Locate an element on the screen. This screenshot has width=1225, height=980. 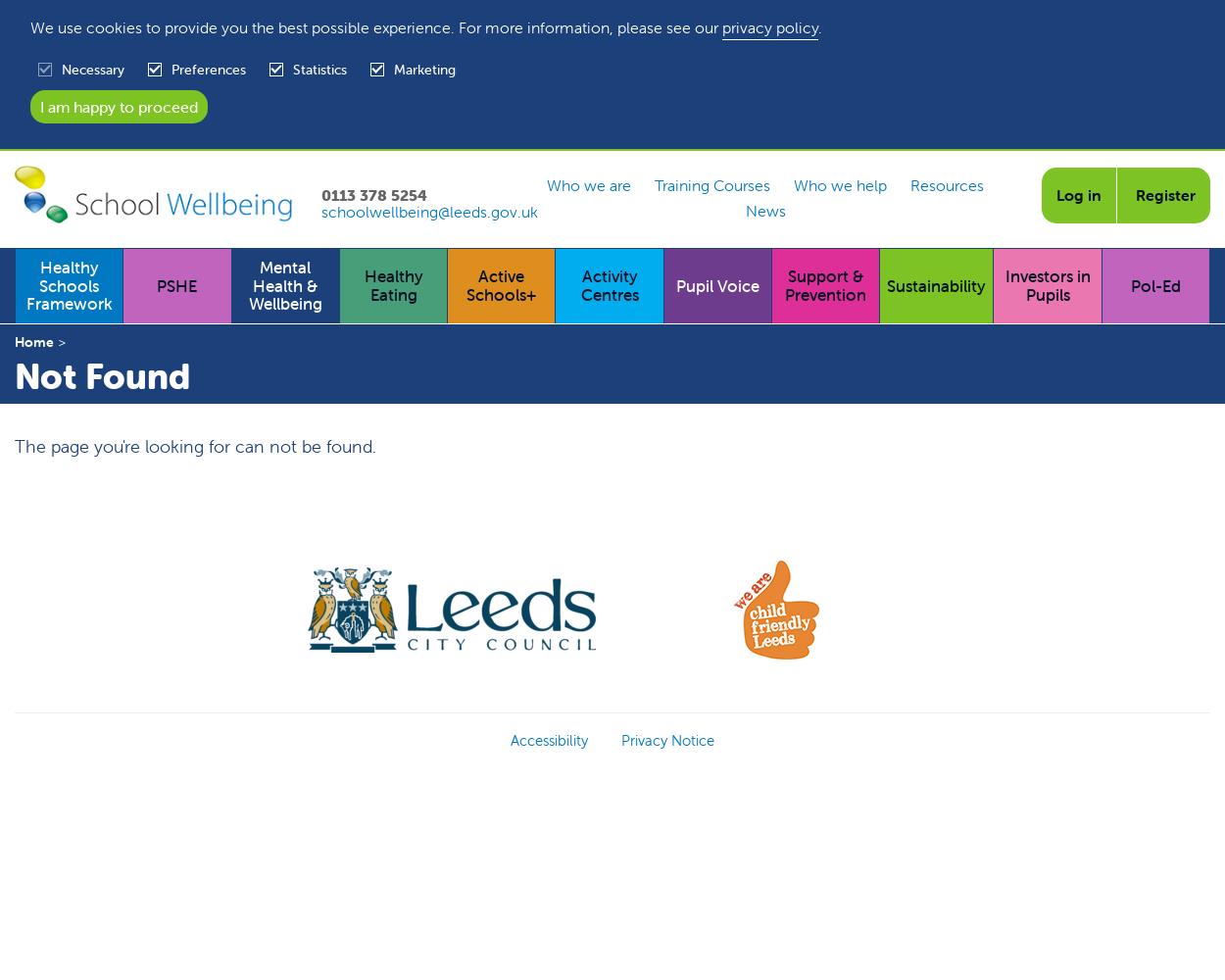
'Accessibility' is located at coordinates (511, 739).